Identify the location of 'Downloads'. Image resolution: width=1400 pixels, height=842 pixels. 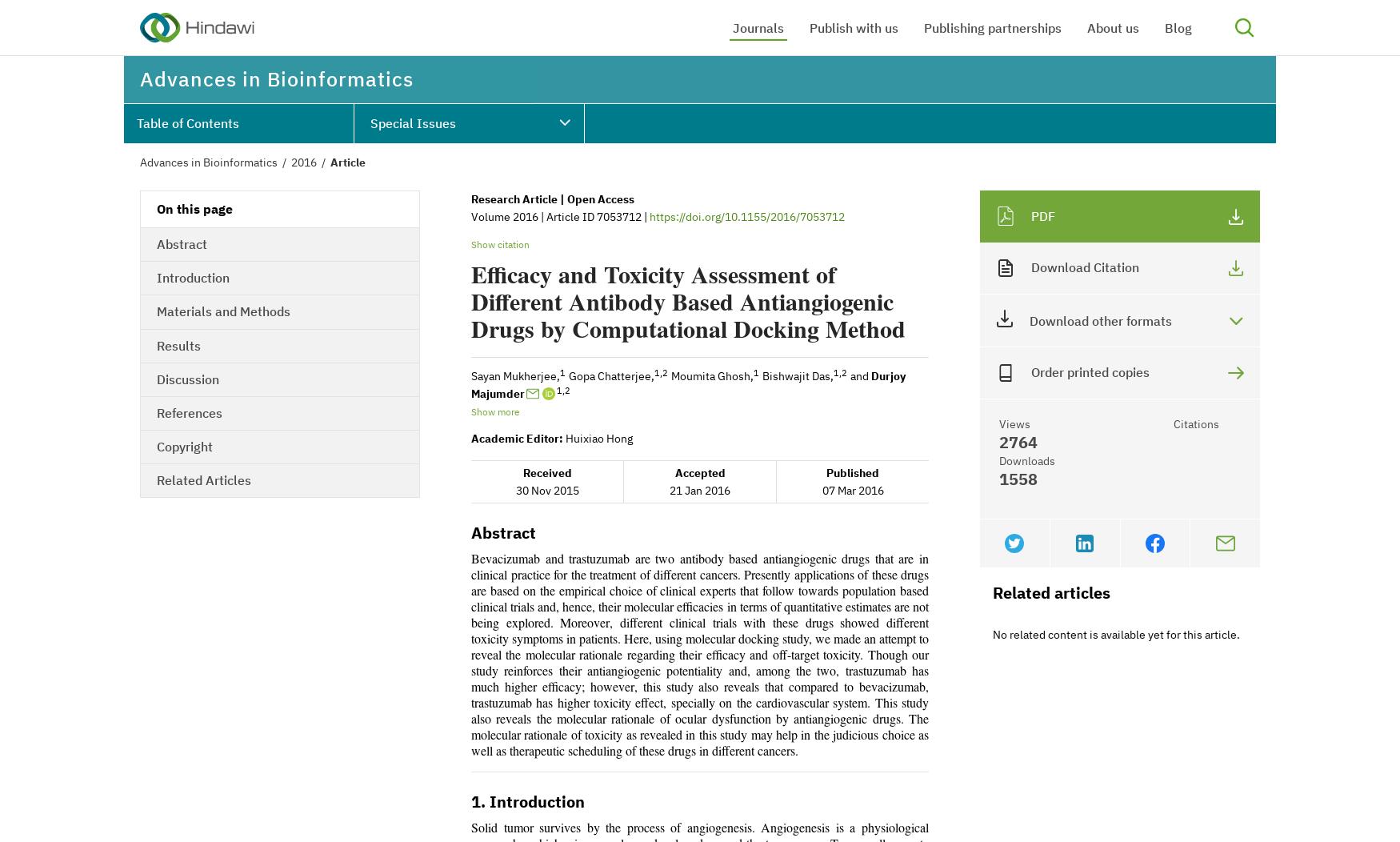
(1026, 459).